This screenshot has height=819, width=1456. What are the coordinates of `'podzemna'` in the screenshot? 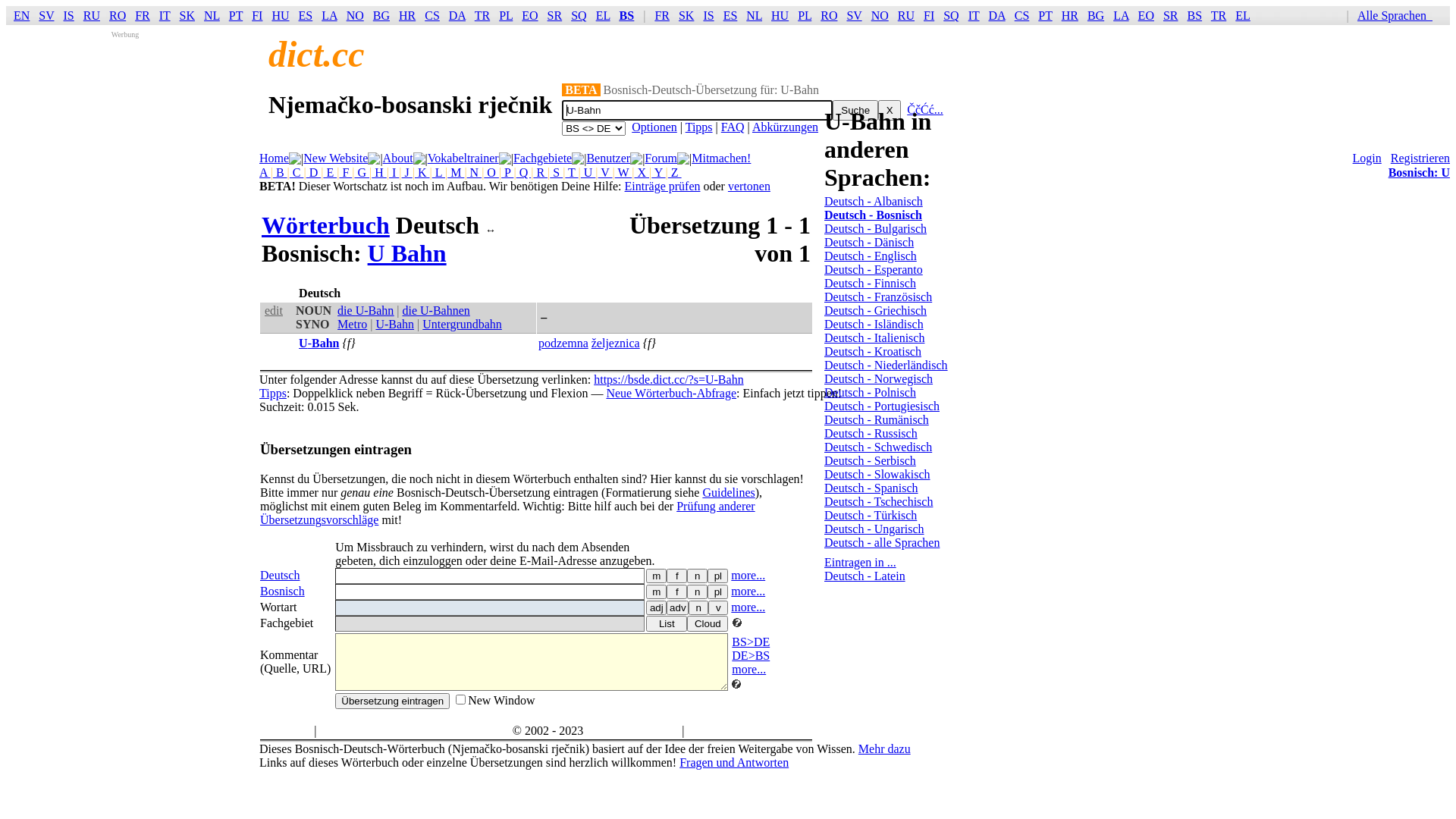 It's located at (563, 343).